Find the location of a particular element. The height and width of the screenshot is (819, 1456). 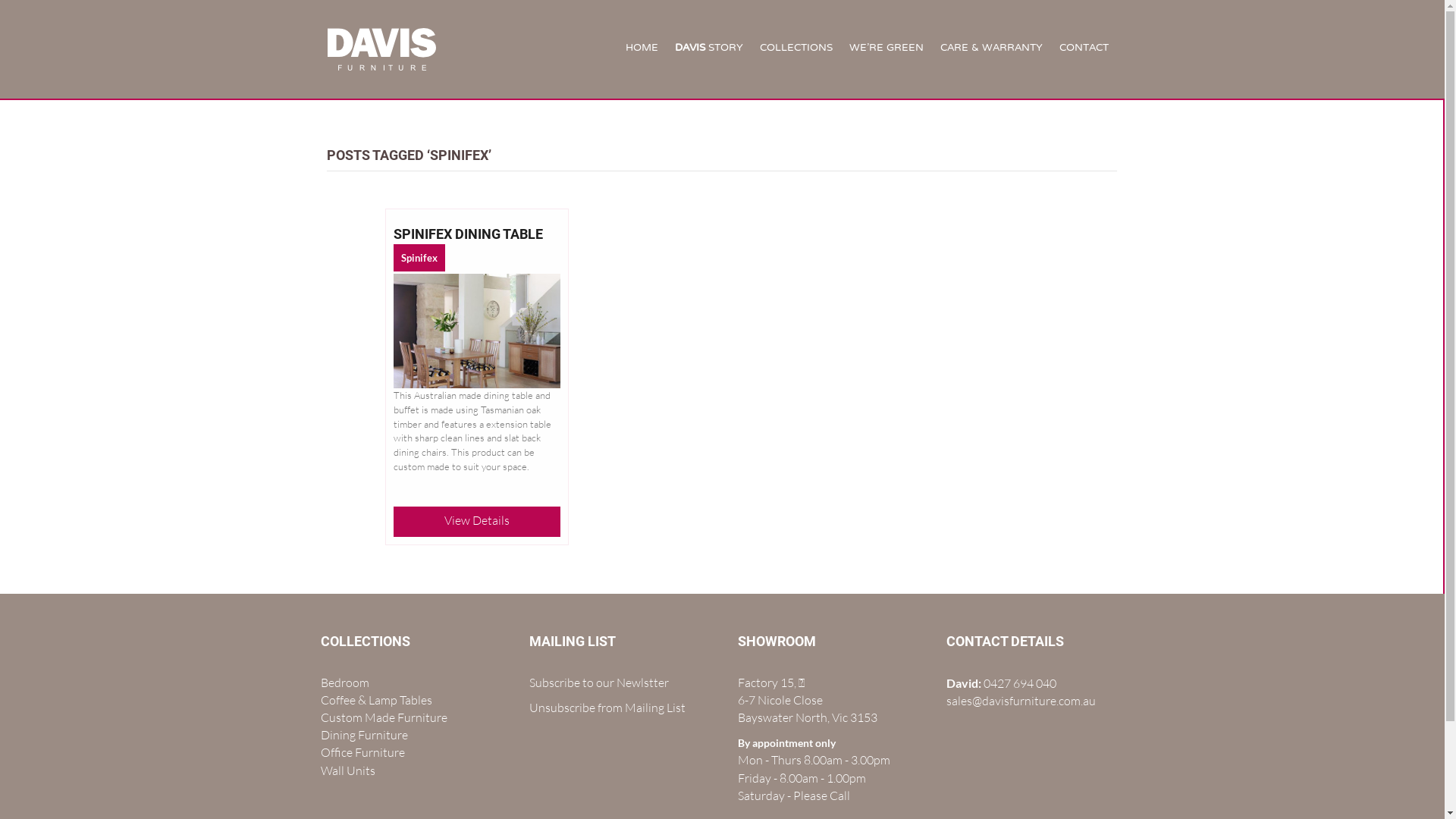

'Bedroom' is located at coordinates (344, 681).